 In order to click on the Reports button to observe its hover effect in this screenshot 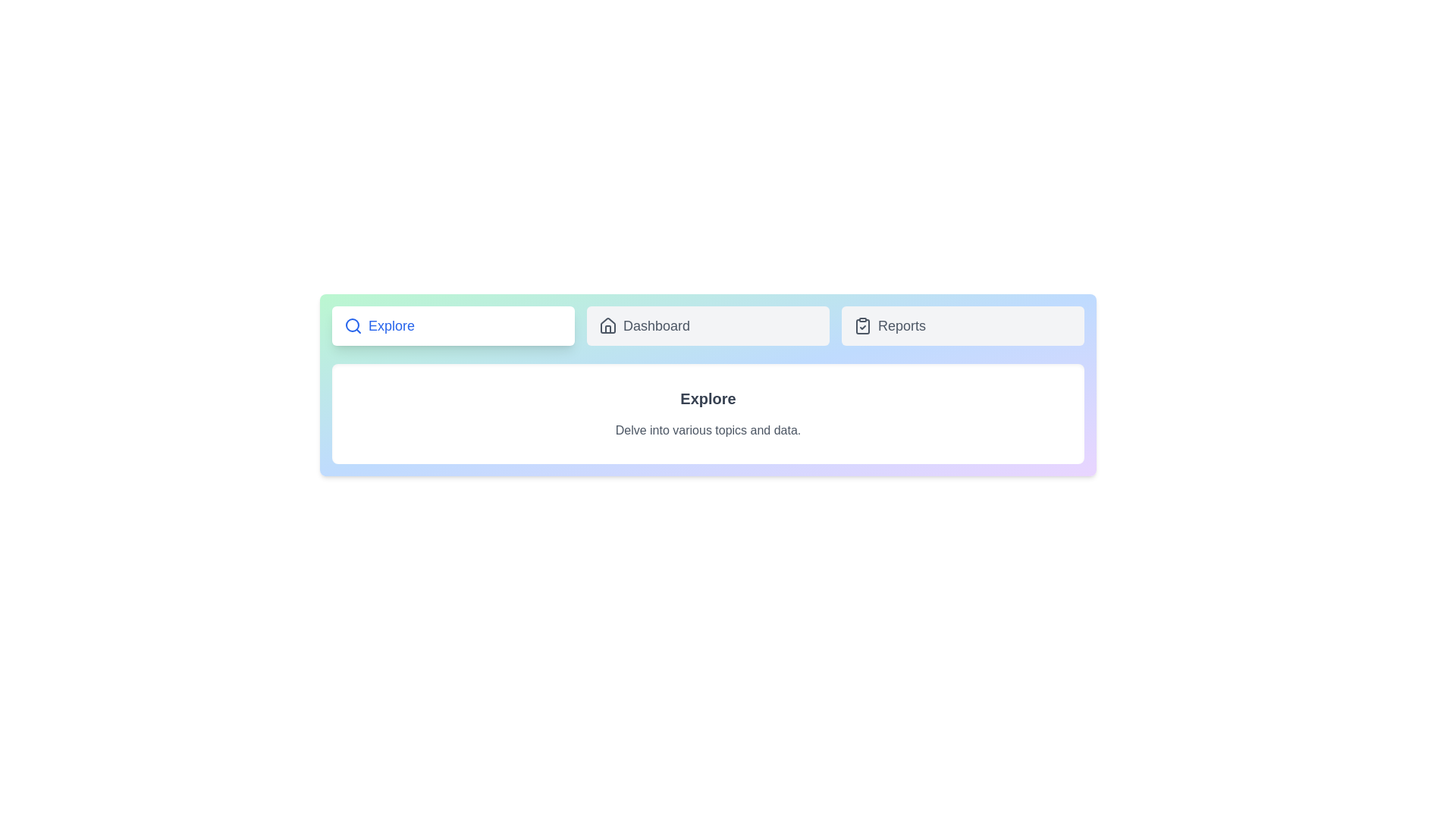, I will do `click(962, 325)`.